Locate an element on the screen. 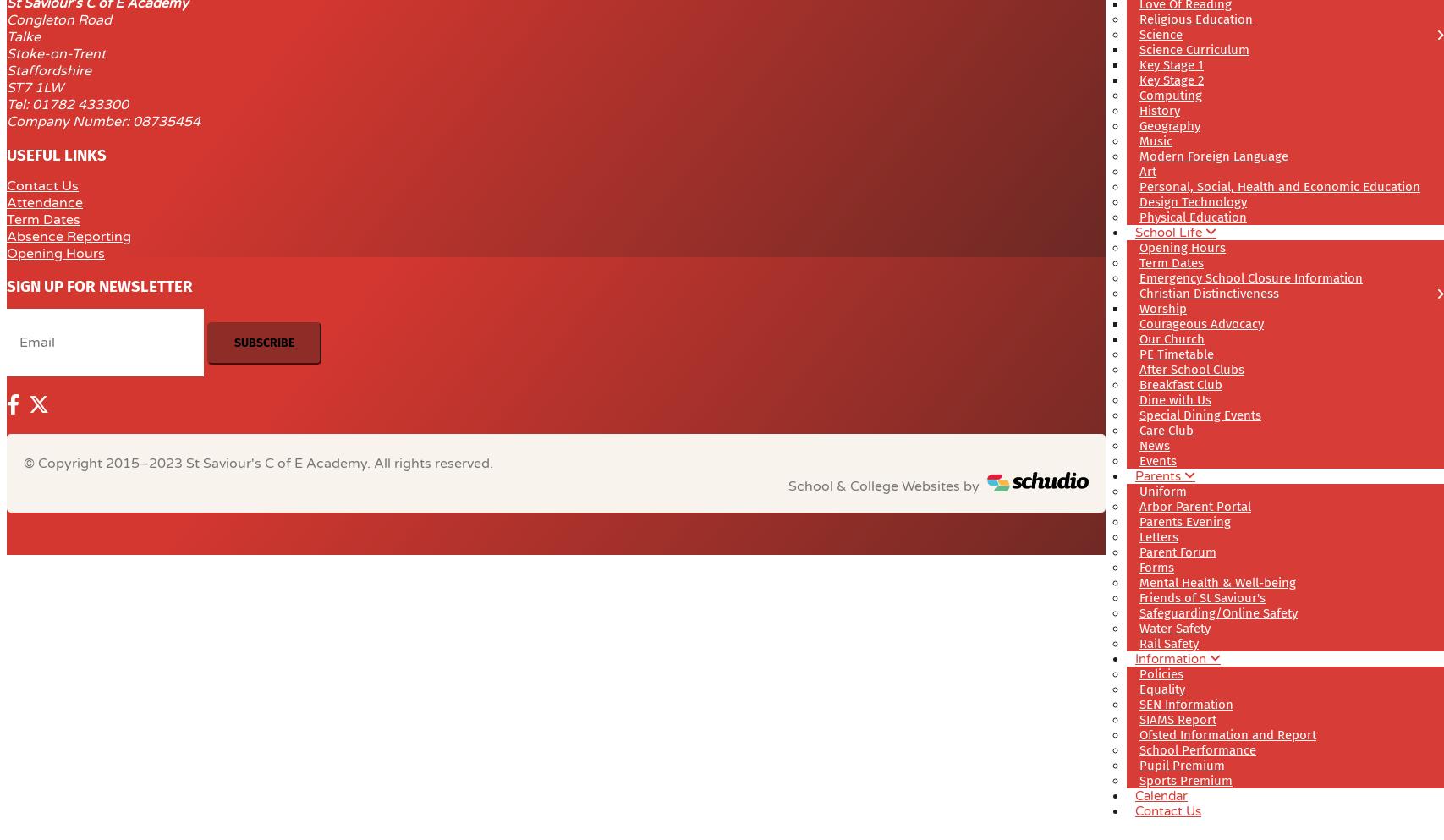 This screenshot has width=1444, height=840. 'Company Number: 08735454' is located at coordinates (7, 121).